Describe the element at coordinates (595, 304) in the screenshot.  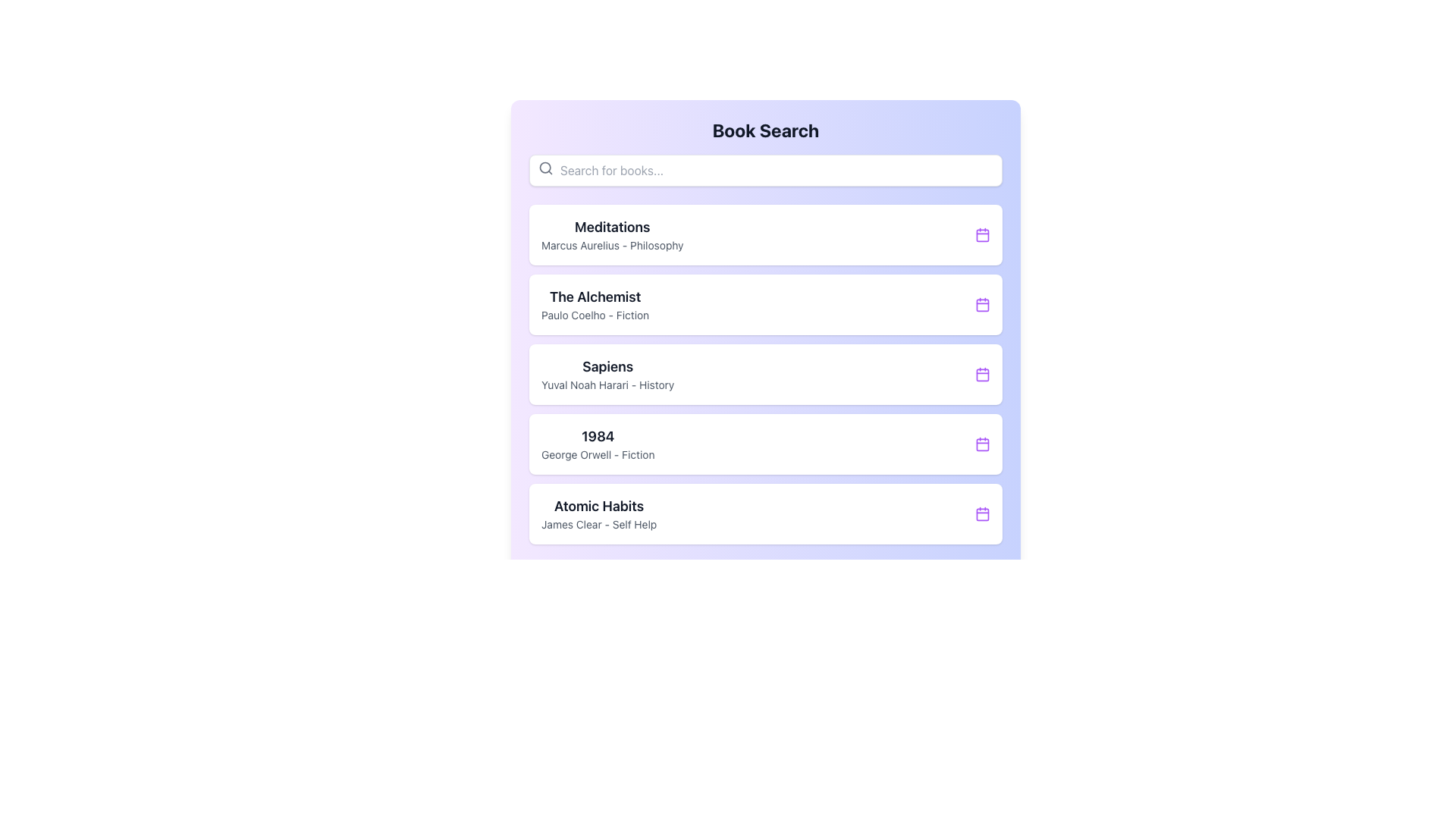
I see `title 'The Alchemist' and author 'Paulo Coelho' from the text block that describes the second book in the list` at that location.